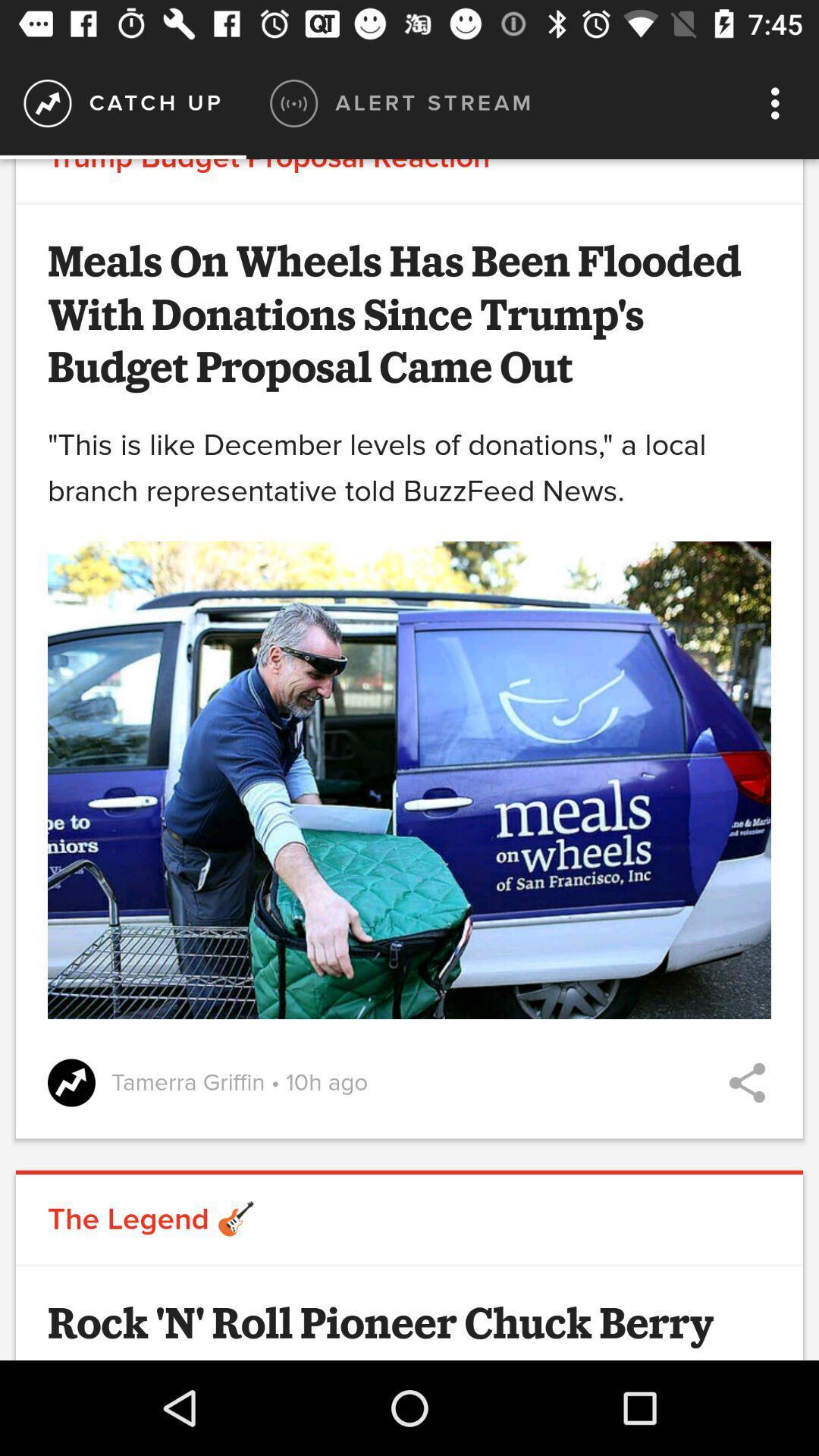 This screenshot has width=819, height=1456. What do you see at coordinates (779, 102) in the screenshot?
I see `icon at the top right corner` at bounding box center [779, 102].